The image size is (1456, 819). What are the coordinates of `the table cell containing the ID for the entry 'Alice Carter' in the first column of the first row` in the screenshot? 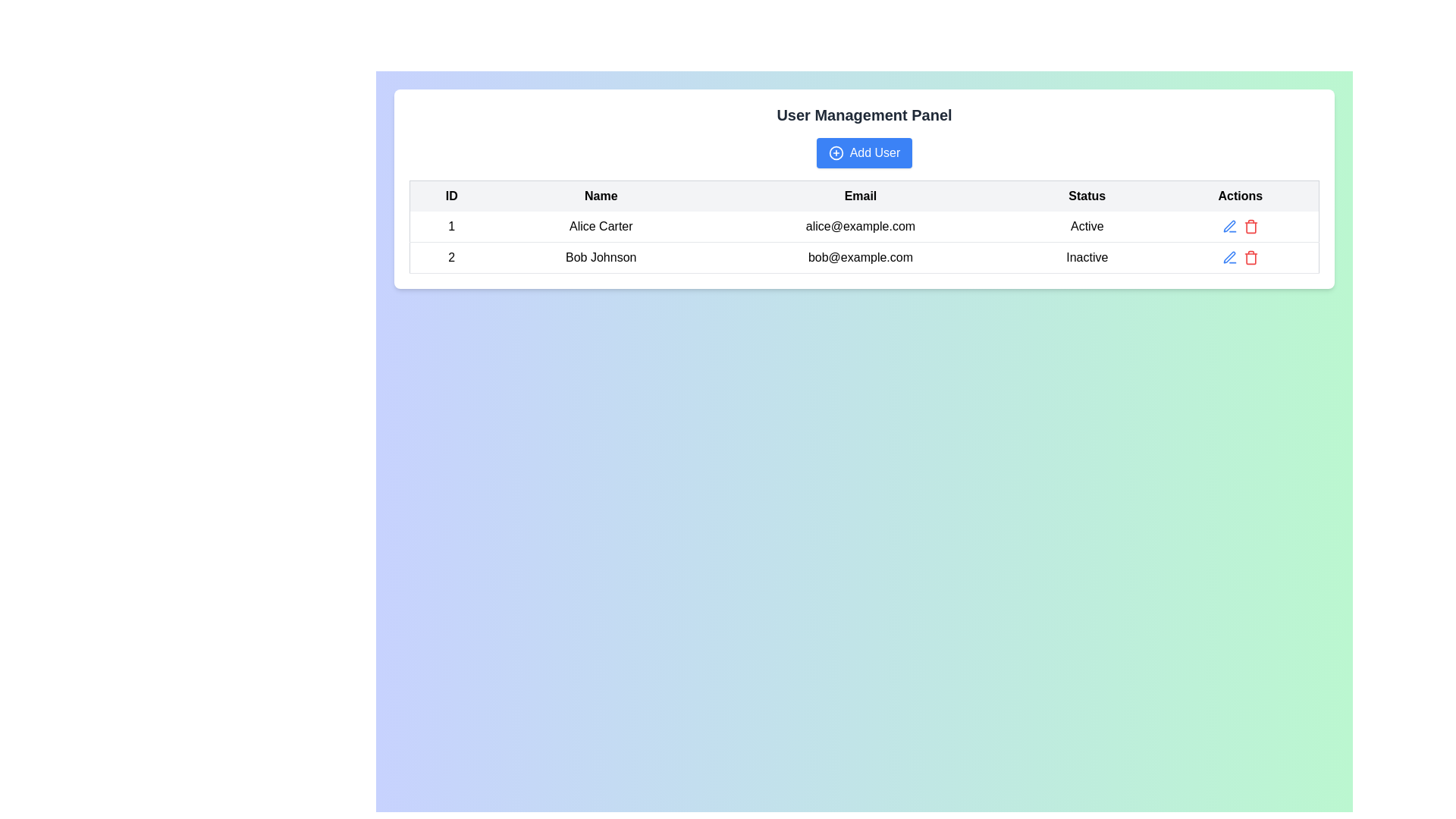 It's located at (450, 227).